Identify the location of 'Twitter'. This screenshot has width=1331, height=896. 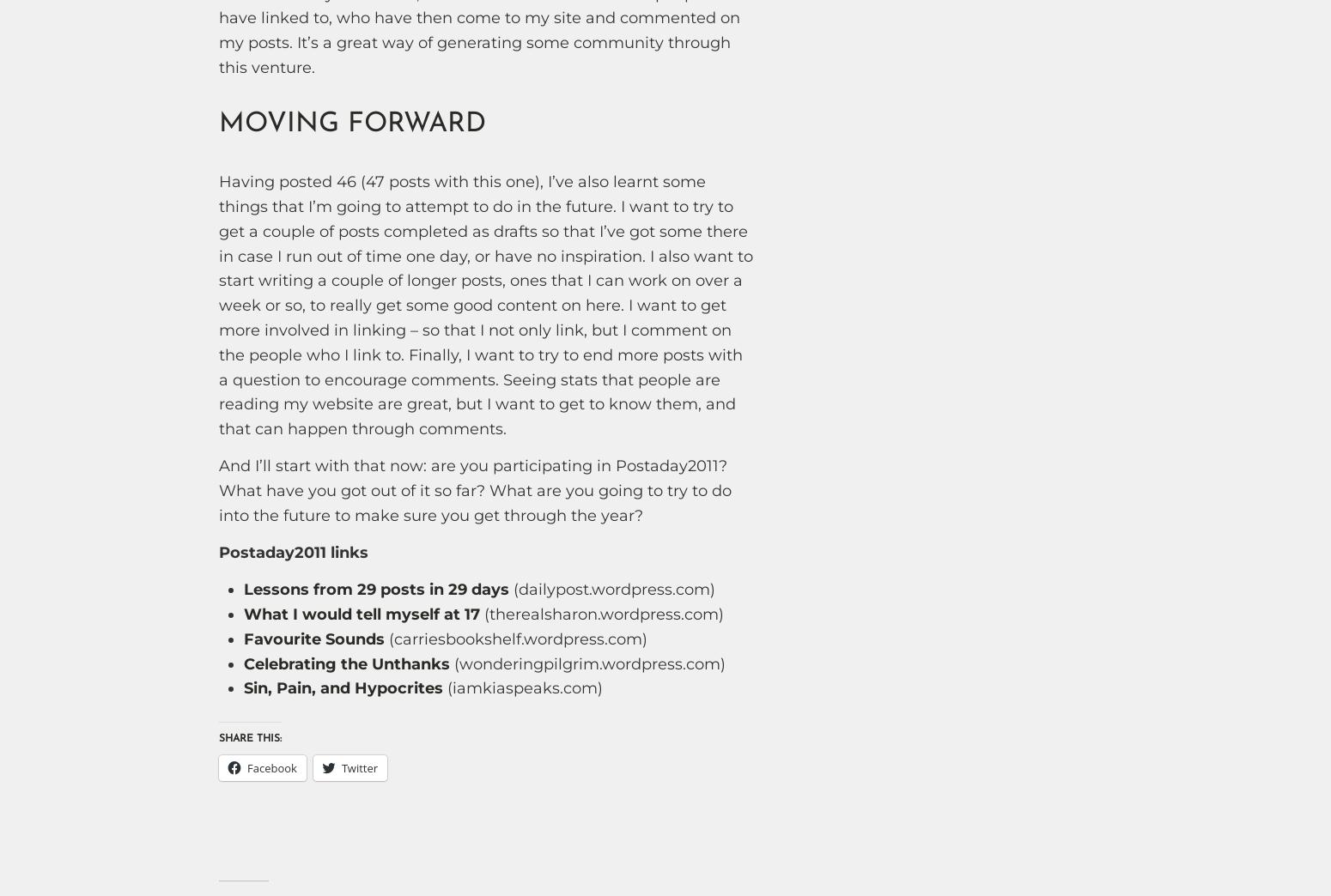
(359, 768).